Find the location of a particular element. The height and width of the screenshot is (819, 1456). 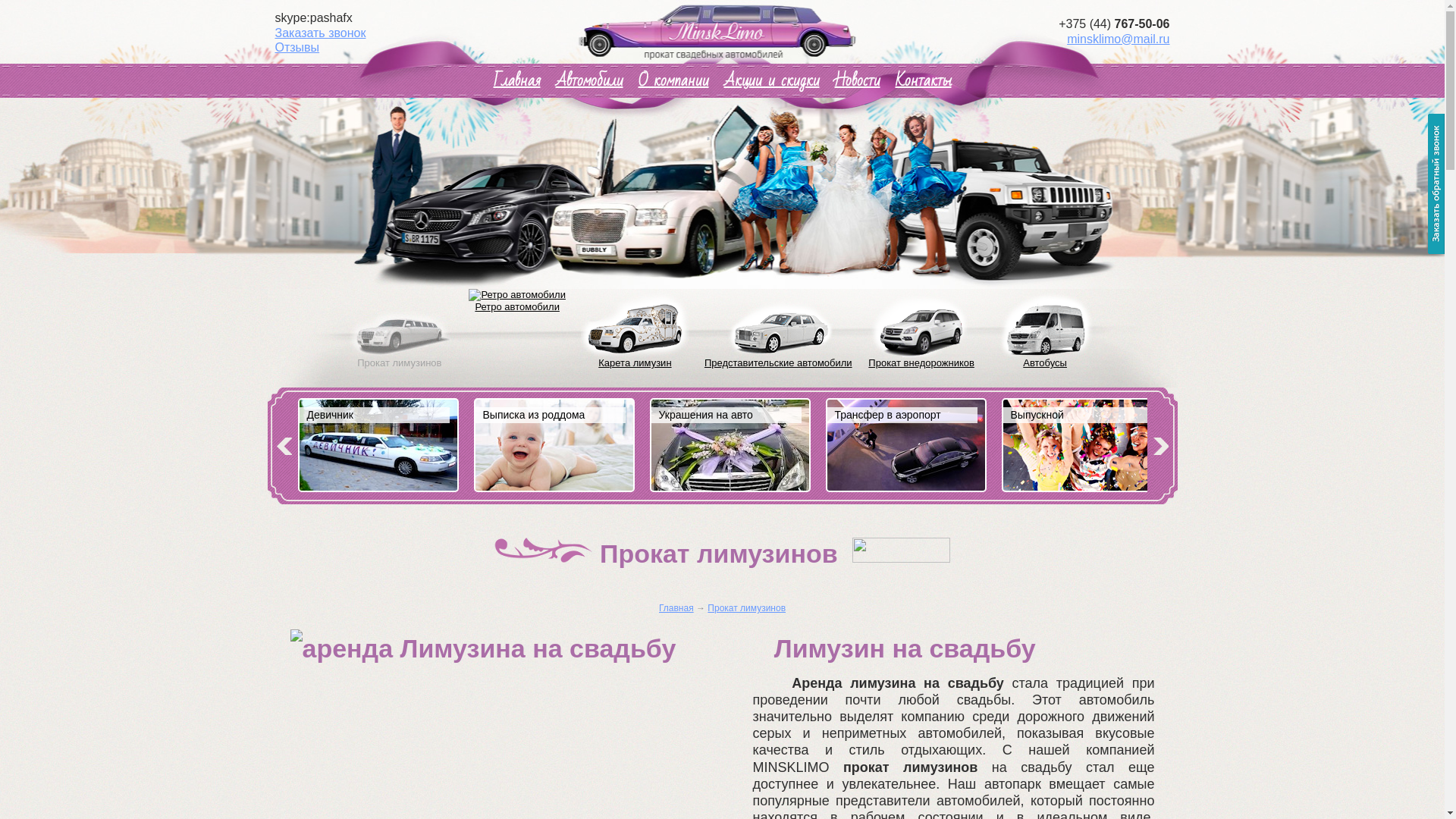

'#slide_56' is located at coordinates (651, 451).